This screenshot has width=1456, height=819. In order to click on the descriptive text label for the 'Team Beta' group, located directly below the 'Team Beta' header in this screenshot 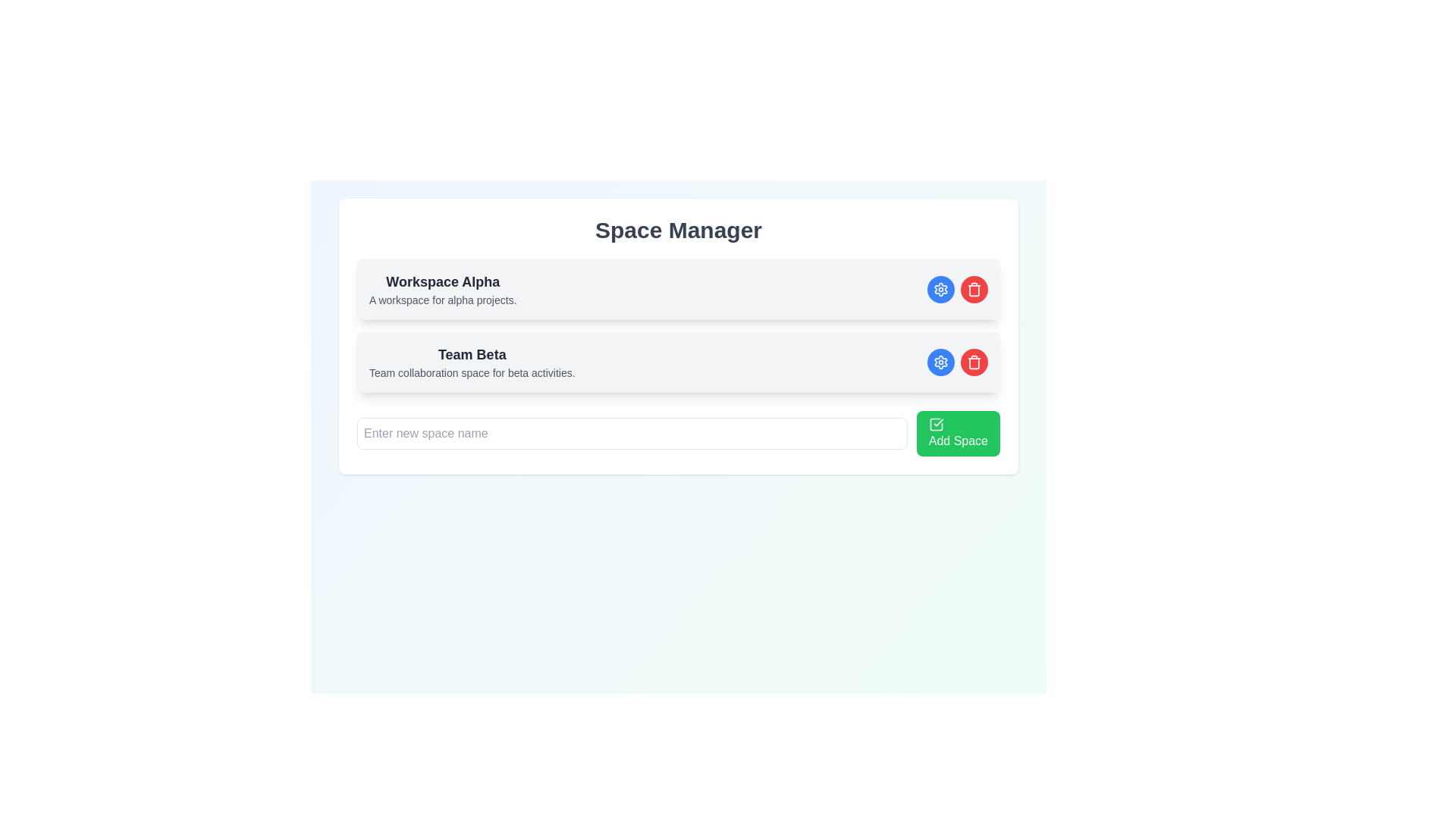, I will do `click(471, 373)`.